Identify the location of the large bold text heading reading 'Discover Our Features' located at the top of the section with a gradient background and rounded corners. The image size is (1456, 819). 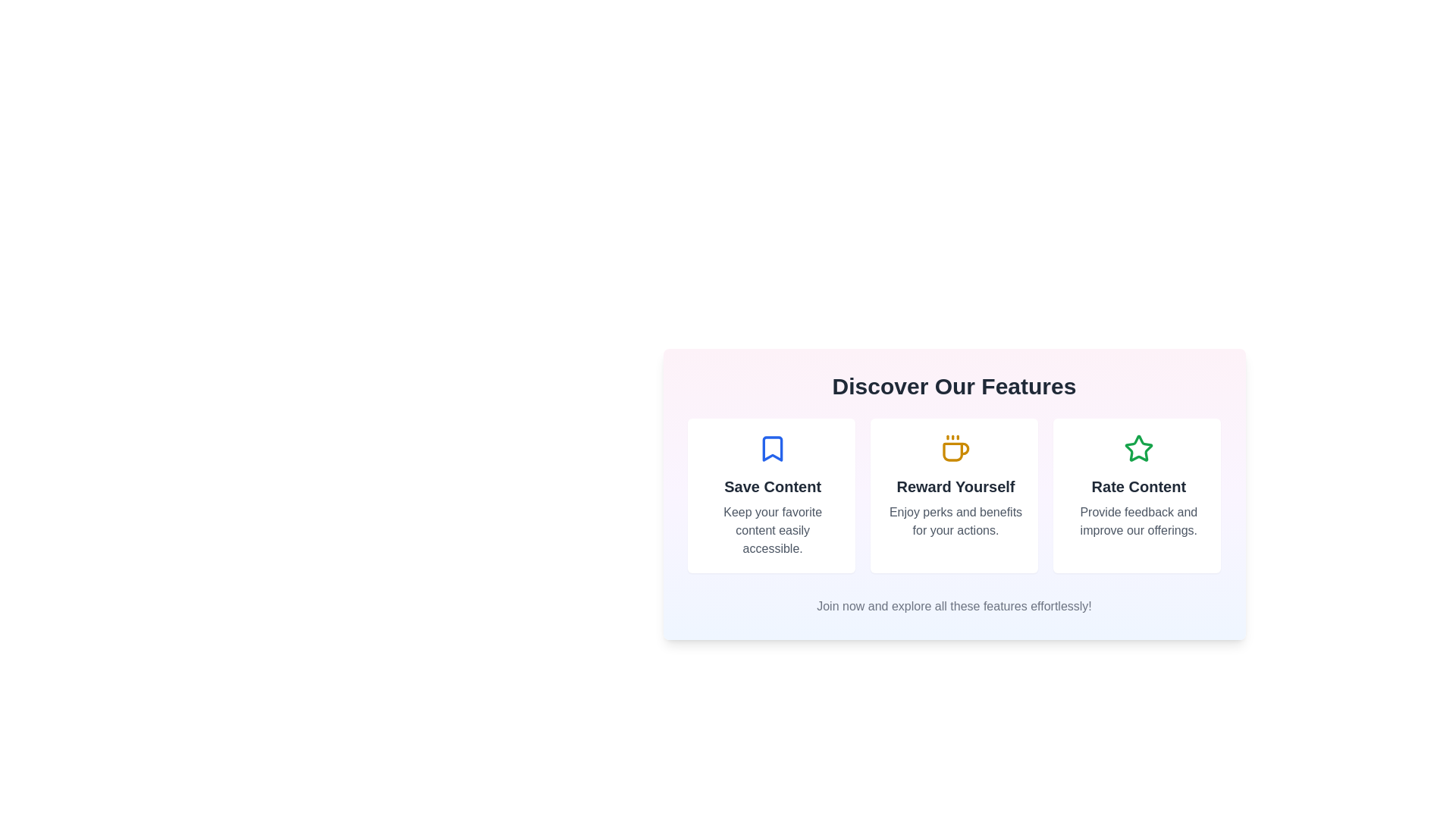
(953, 385).